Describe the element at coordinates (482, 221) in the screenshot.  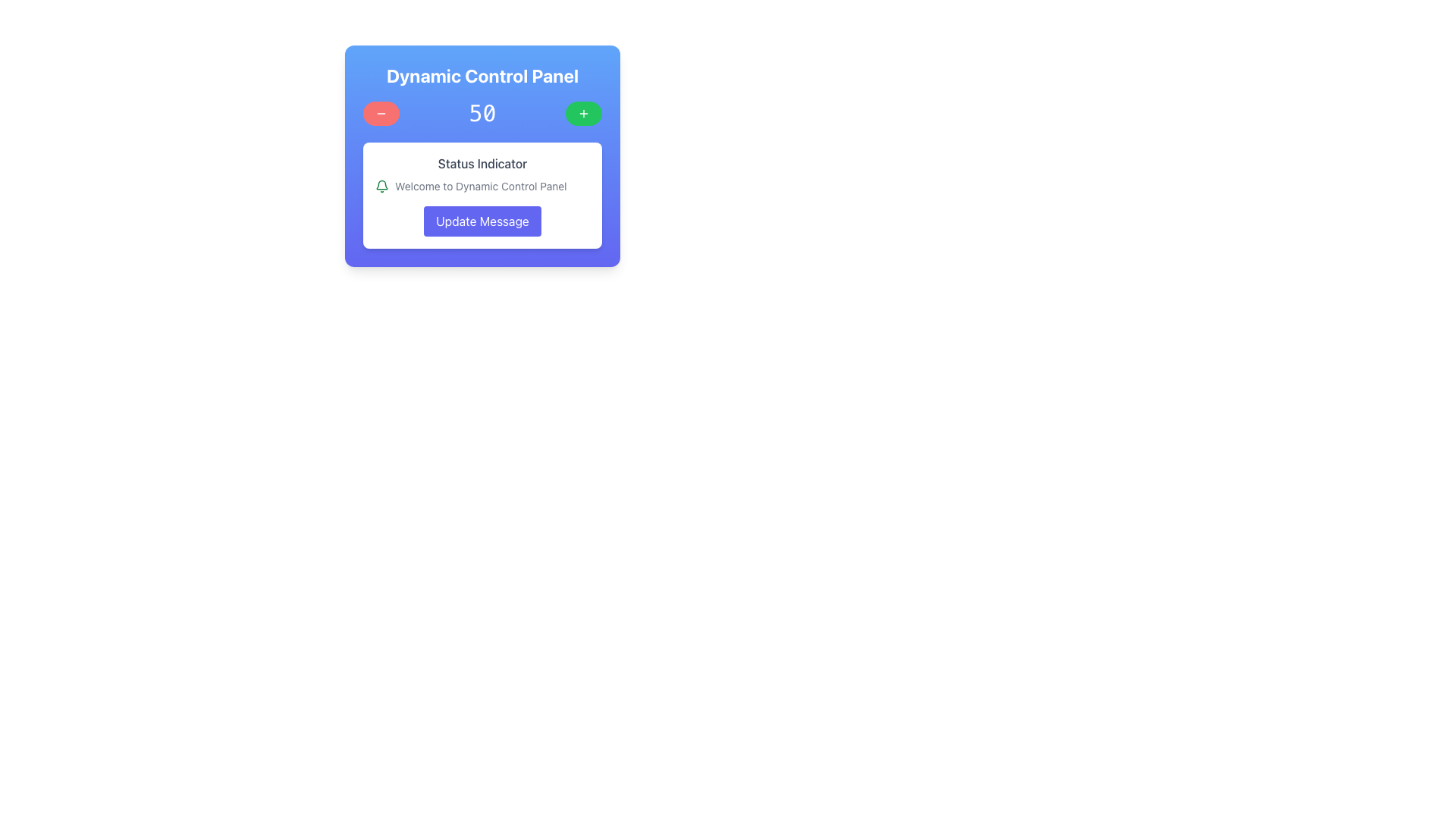
I see `the 'Update Message' button with a gradient indigo background` at that location.